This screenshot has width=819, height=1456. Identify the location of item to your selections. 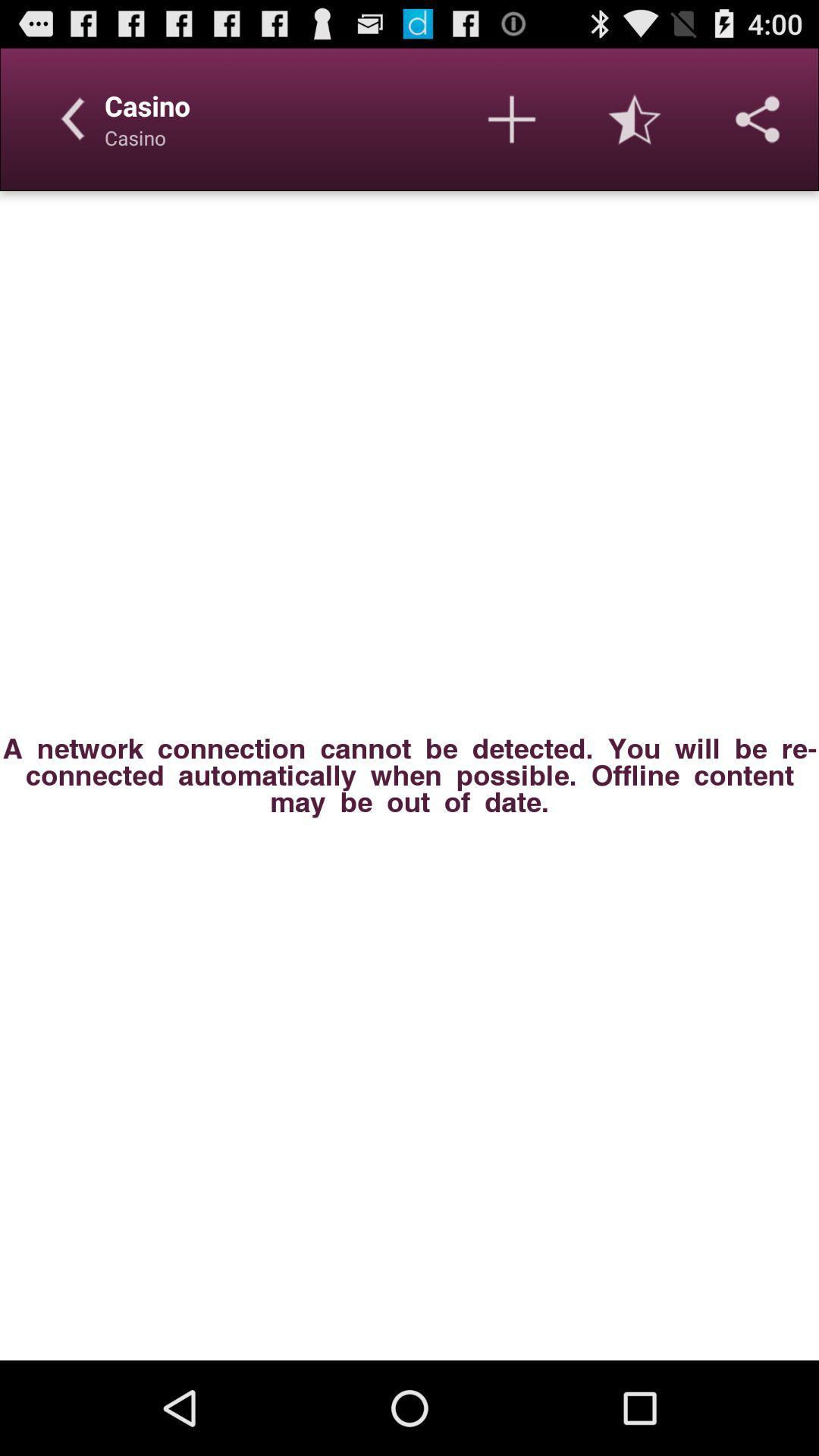
(512, 118).